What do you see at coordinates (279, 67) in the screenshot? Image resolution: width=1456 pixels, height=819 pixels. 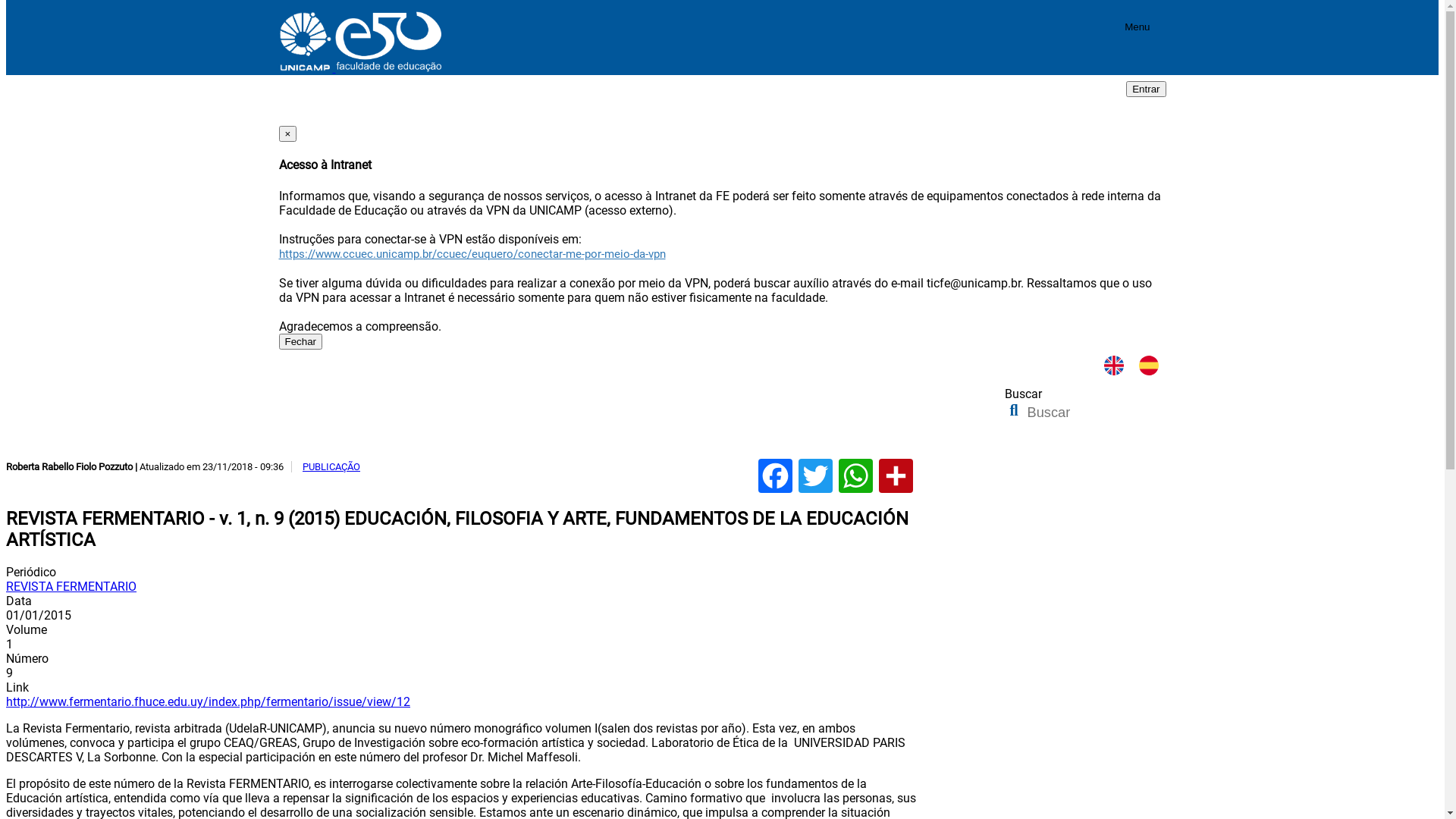 I see `'UNICAMP'` at bounding box center [279, 67].